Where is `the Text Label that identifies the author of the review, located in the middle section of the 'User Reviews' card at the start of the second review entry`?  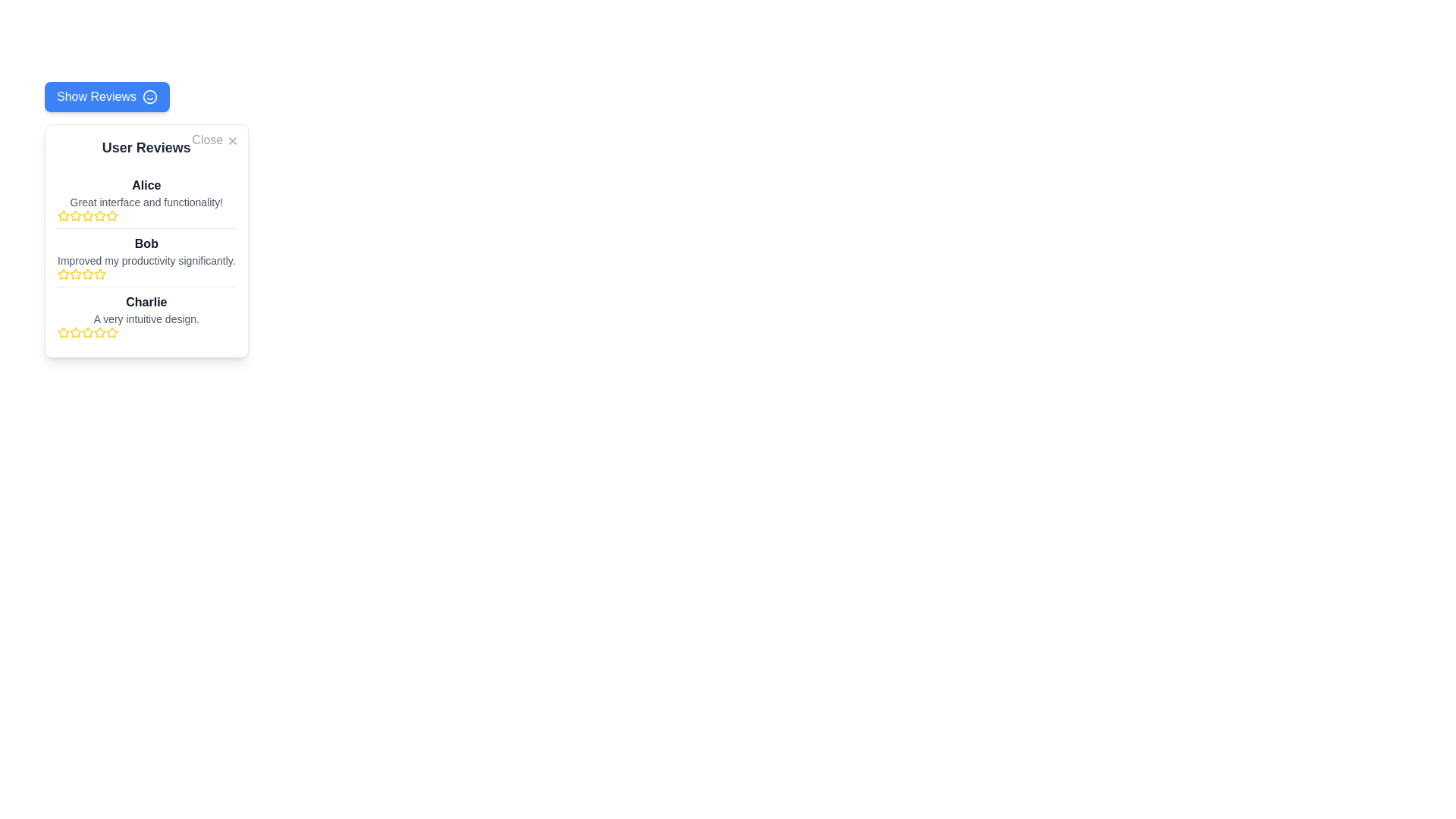
the Text Label that identifies the author of the review, located in the middle section of the 'User Reviews' card at the start of the second review entry is located at coordinates (146, 243).